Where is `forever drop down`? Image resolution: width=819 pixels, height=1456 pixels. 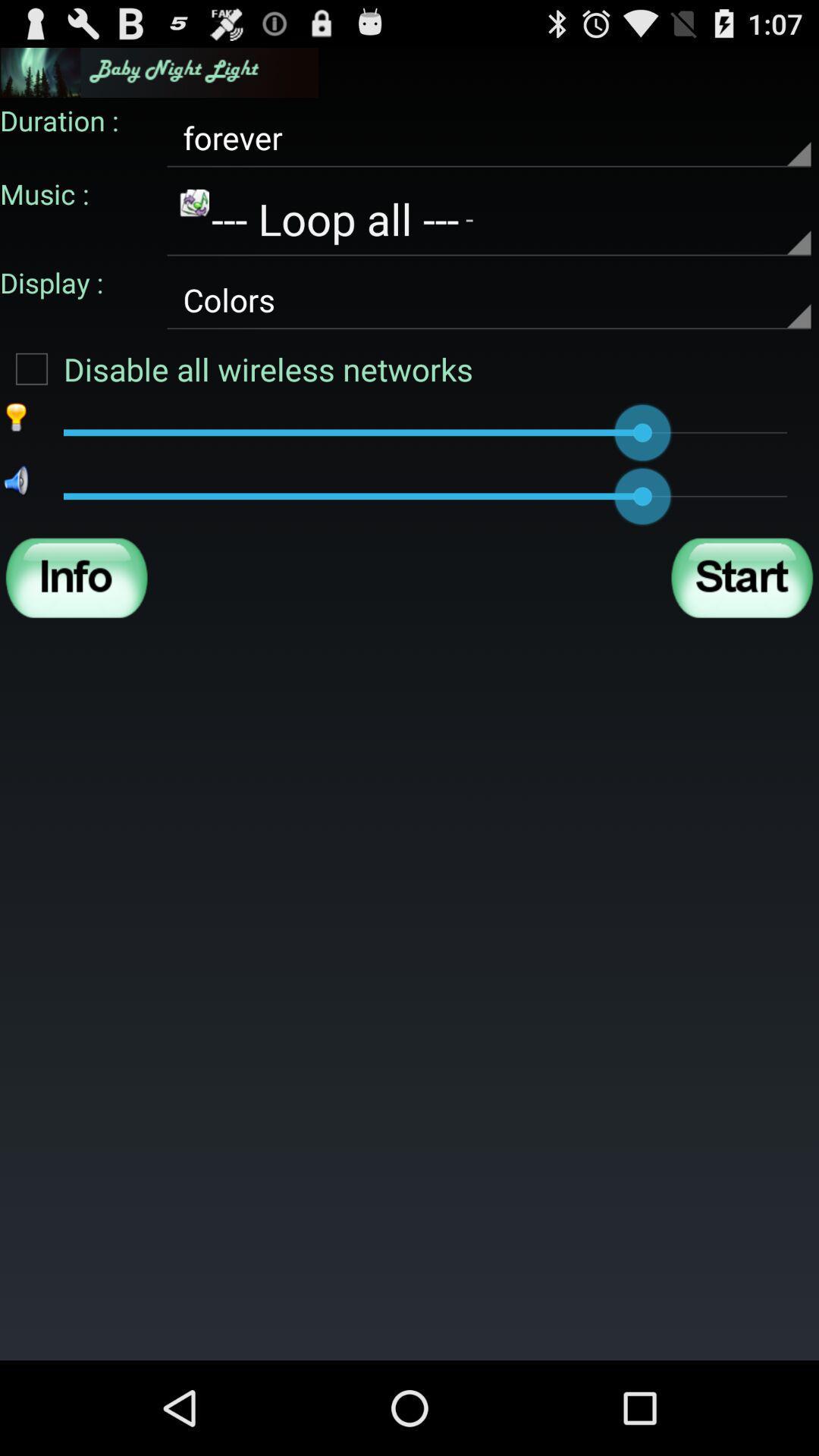
forever drop down is located at coordinates (488, 138).